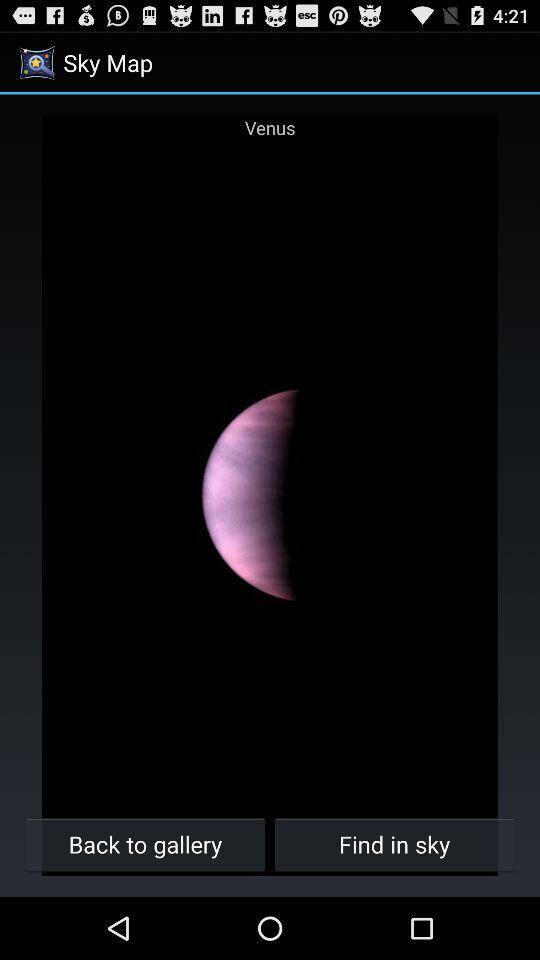 Image resolution: width=540 pixels, height=960 pixels. What do you see at coordinates (144, 843) in the screenshot?
I see `icon to the left of the find in sky item` at bounding box center [144, 843].